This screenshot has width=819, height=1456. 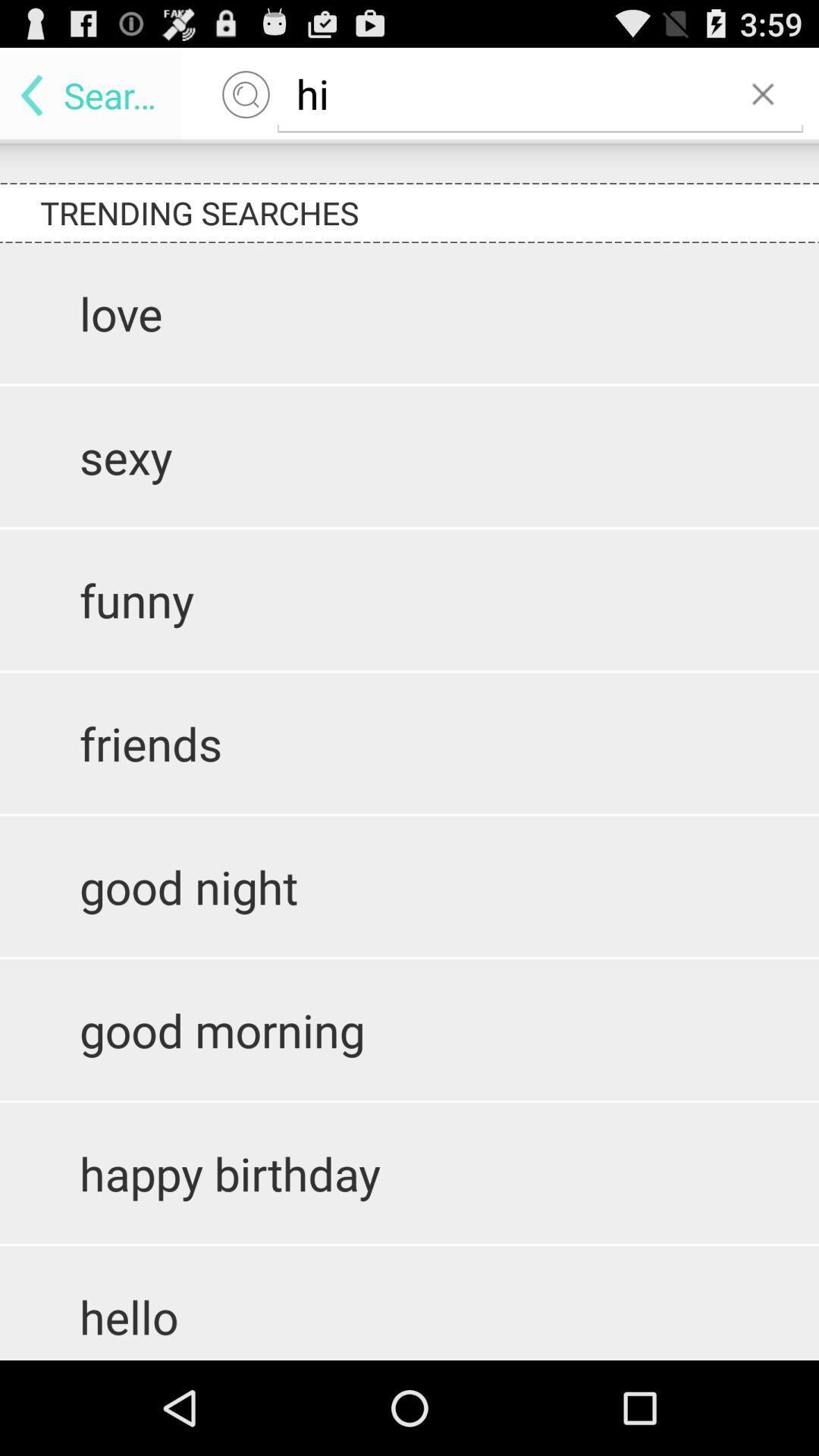 What do you see at coordinates (675, 306) in the screenshot?
I see `the 1st text` at bounding box center [675, 306].